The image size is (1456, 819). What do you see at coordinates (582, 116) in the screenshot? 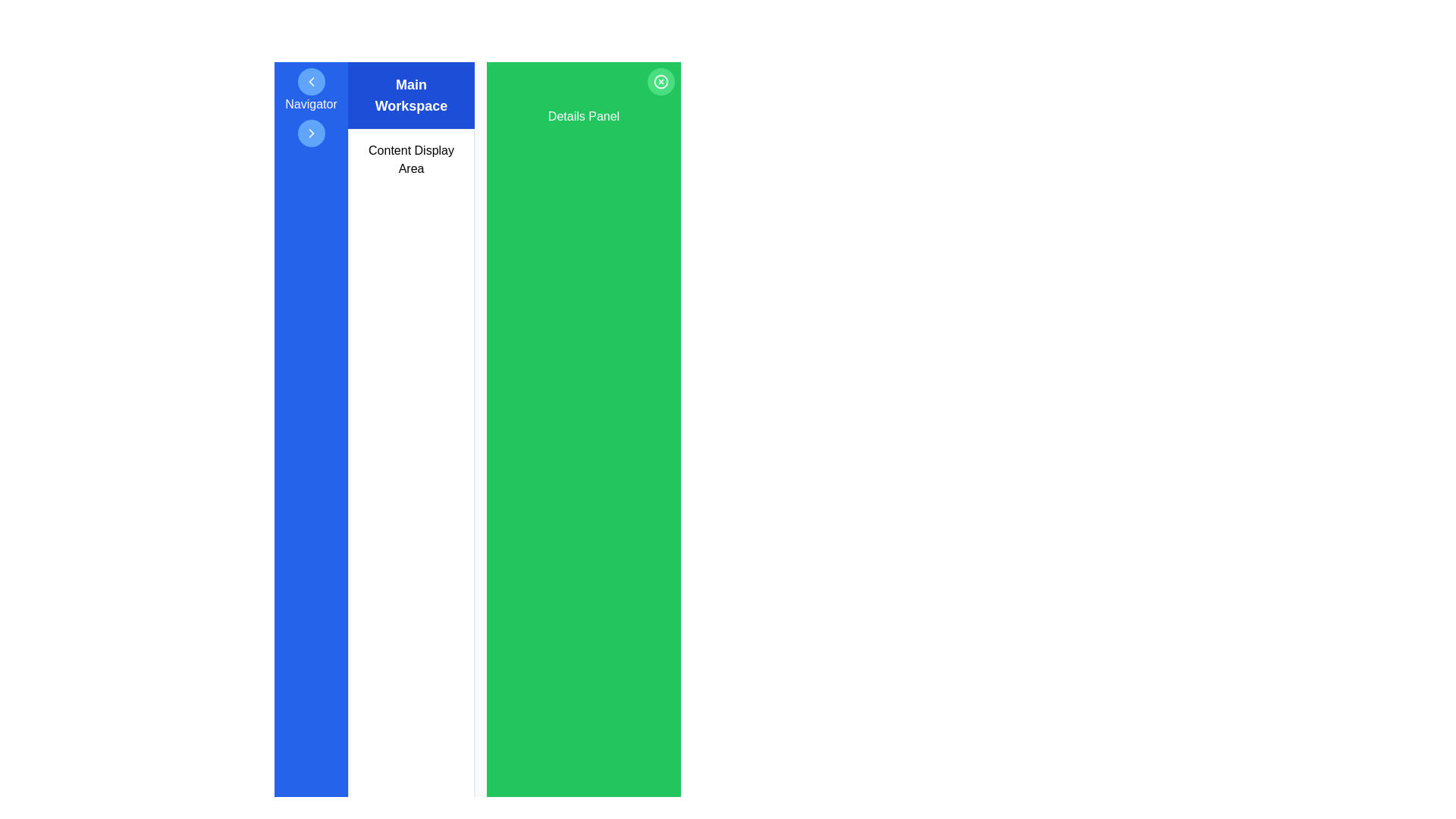
I see `the 'Details Panel' text label, which is displayed in bold white font on a vibrant green background, located at the top of the green sidebar` at bounding box center [582, 116].